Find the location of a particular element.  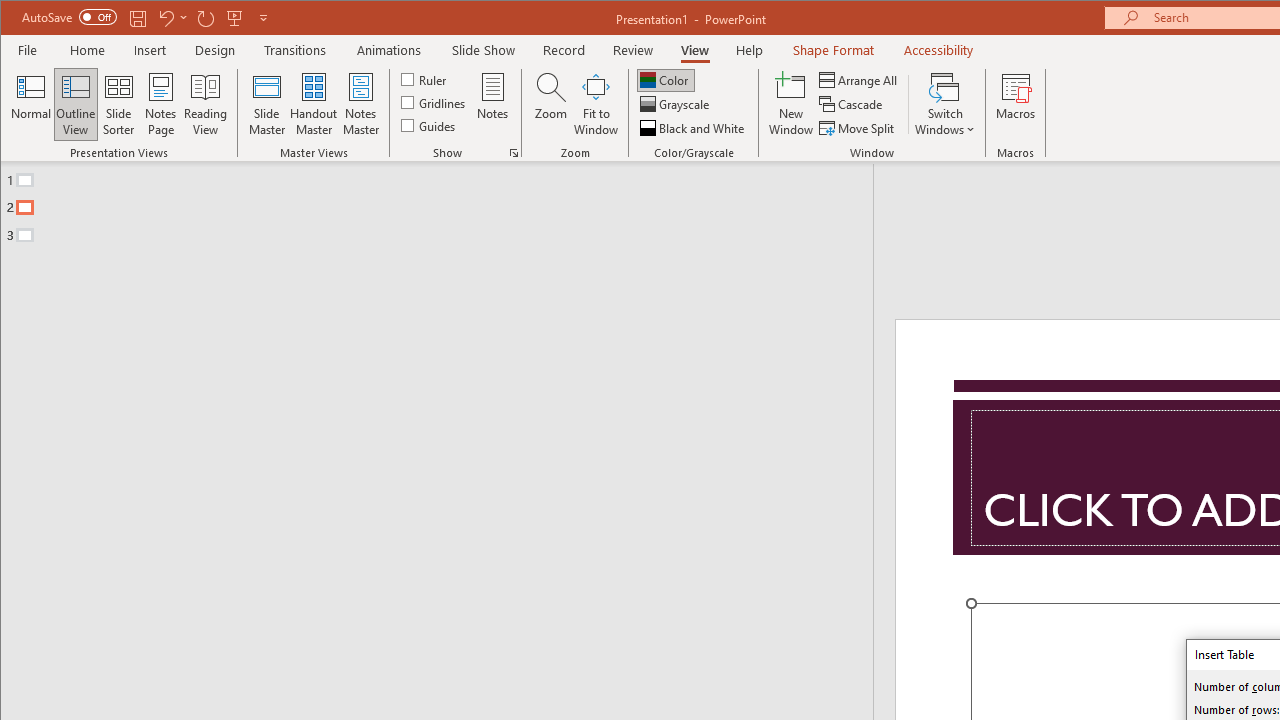

'Outline View' is located at coordinates (76, 104).